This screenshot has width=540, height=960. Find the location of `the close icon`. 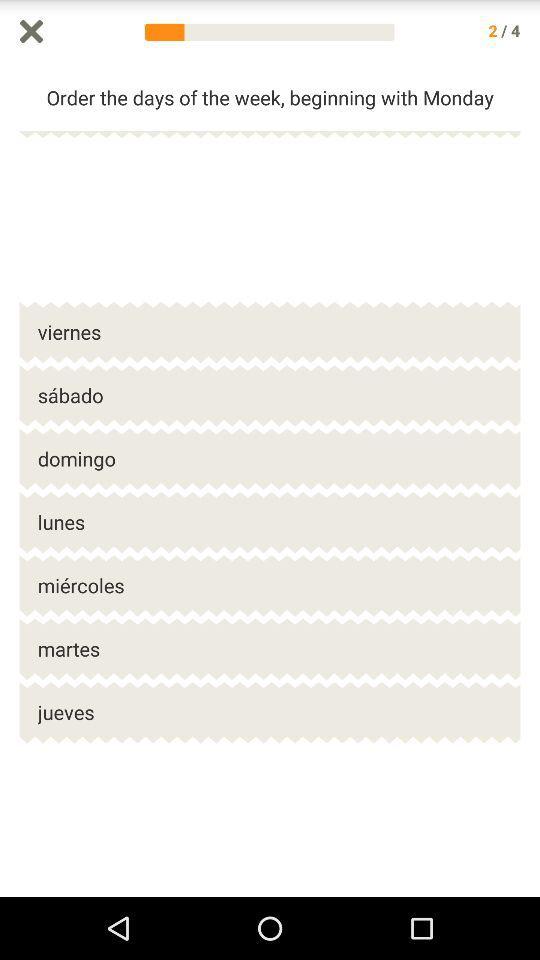

the close icon is located at coordinates (30, 32).